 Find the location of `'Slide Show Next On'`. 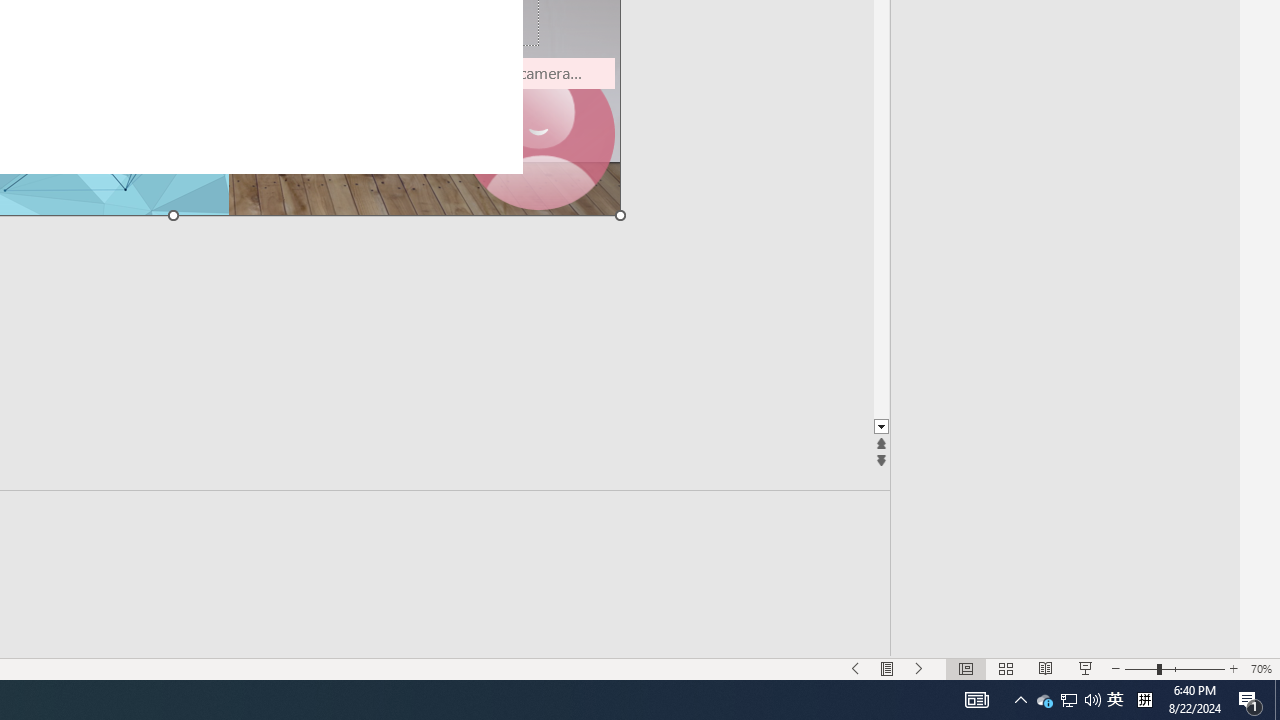

'Slide Show Next On' is located at coordinates (918, 669).